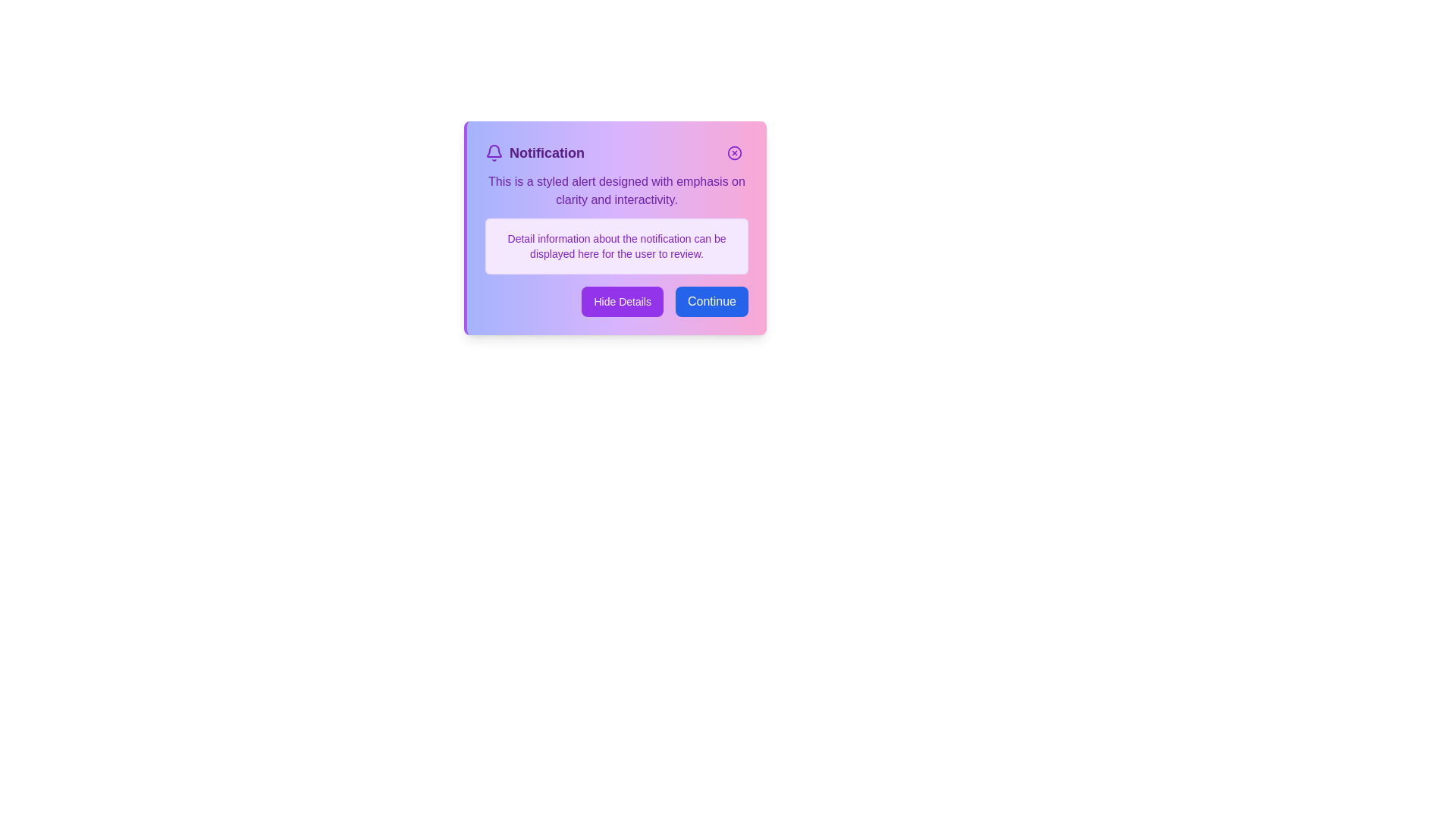 This screenshot has height=819, width=1456. Describe the element at coordinates (735, 152) in the screenshot. I see `the close button to dismiss the notification` at that location.